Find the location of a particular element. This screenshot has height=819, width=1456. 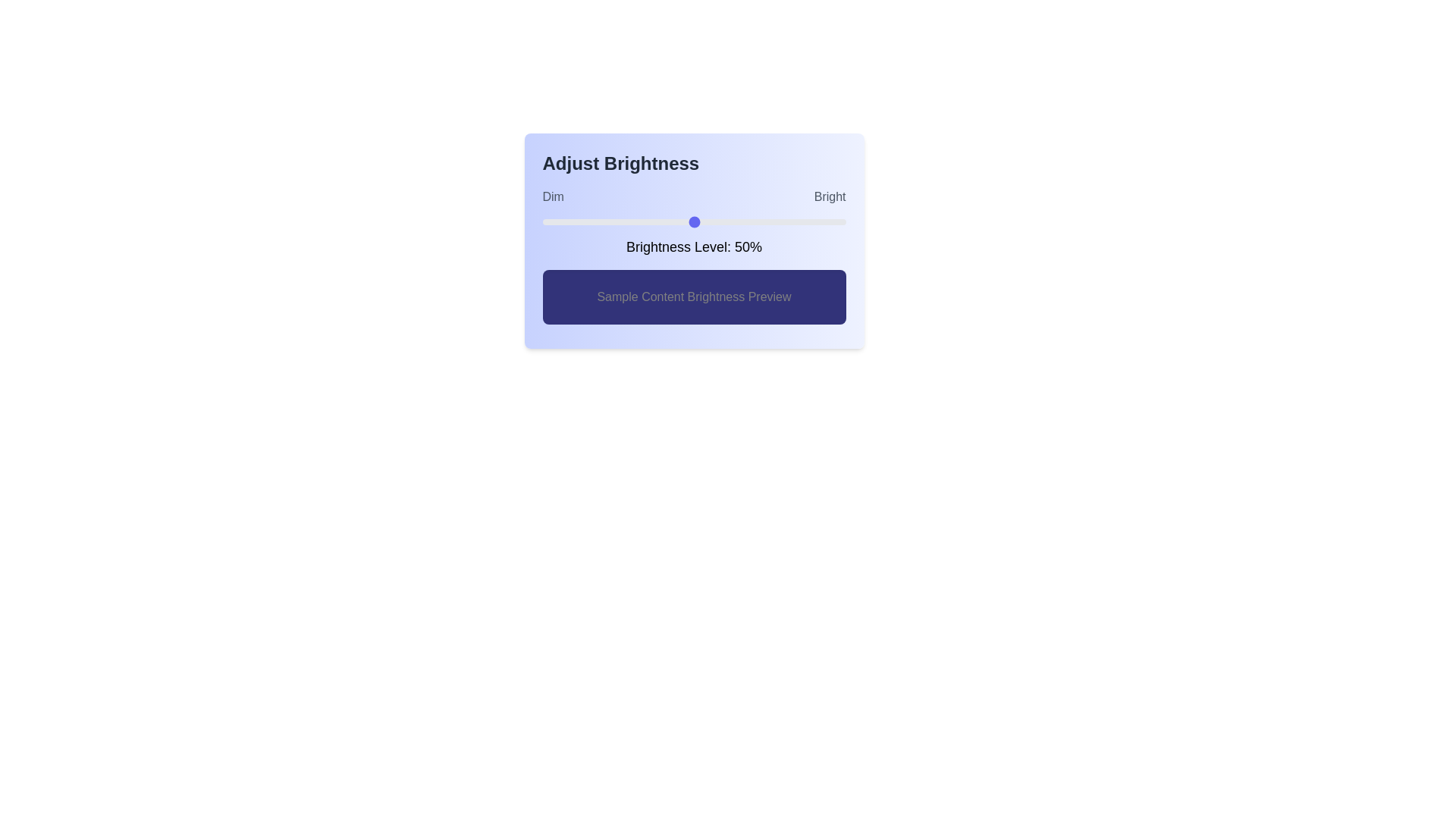

the brightness slider to 98% is located at coordinates (839, 222).